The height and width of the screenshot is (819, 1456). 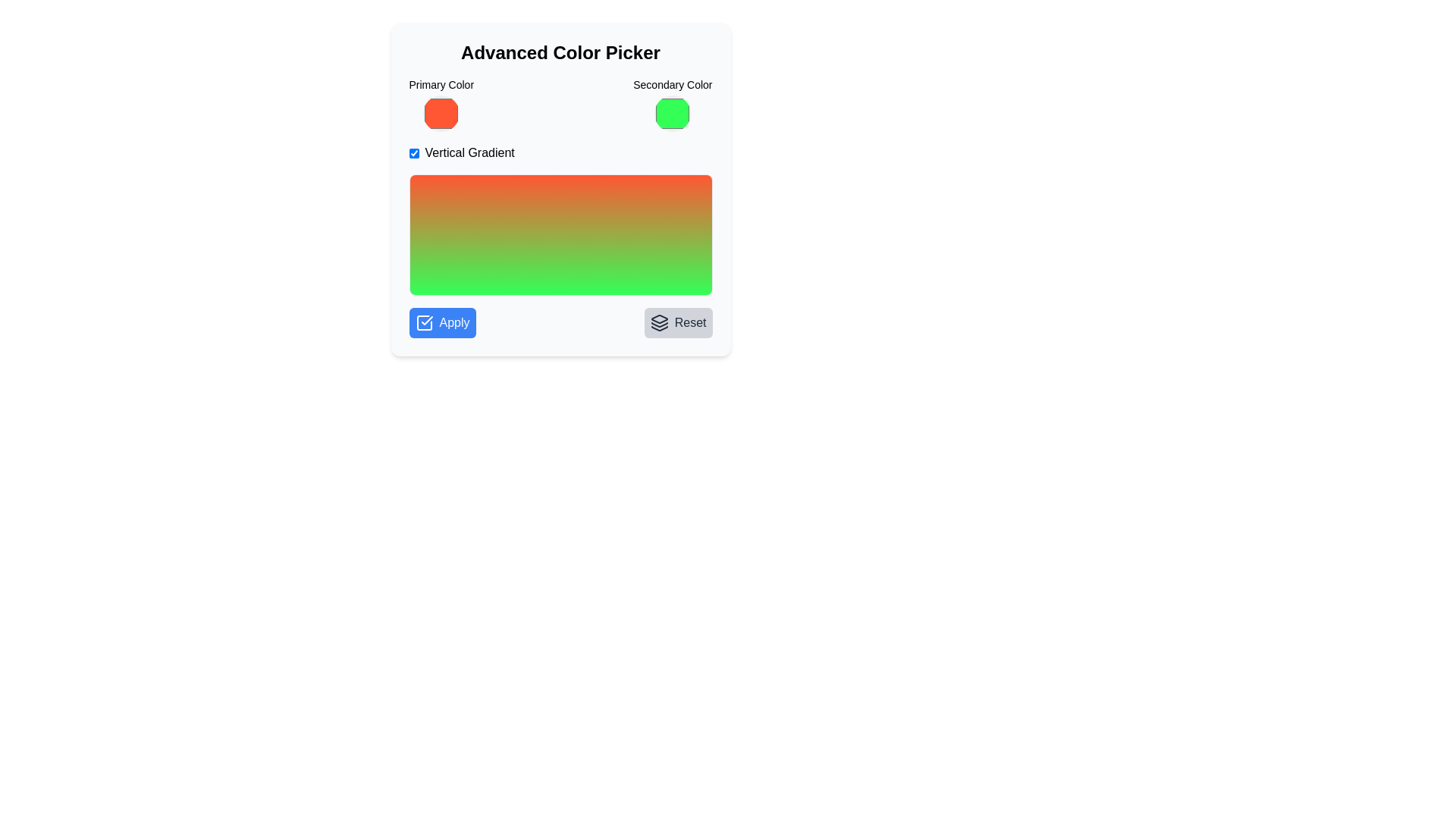 I want to click on the checkbox that toggles the 'Vertical Gradient' feature on or off, located to the left of the label 'Vertical Gradient', so click(x=414, y=152).